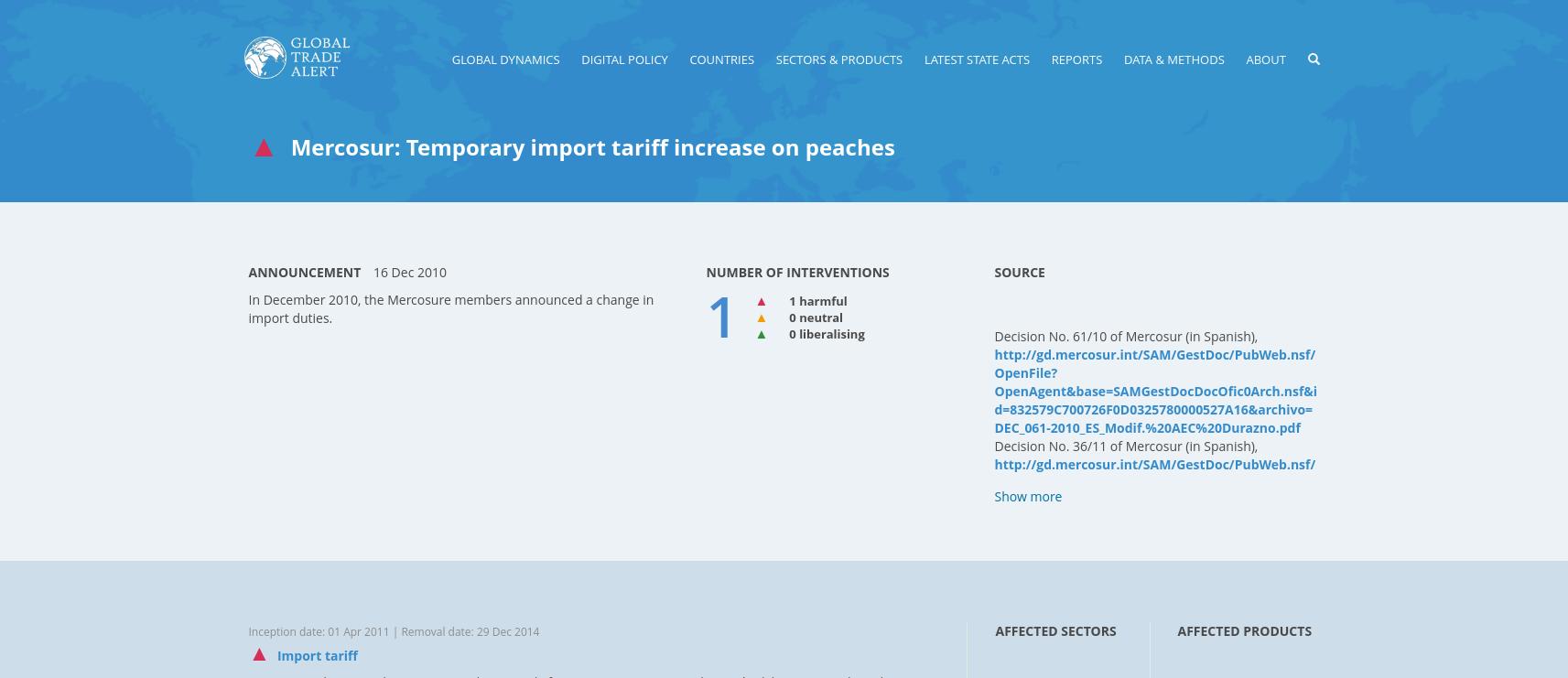 This screenshot has height=678, width=1568. I want to click on 'COUNTRIES', so click(720, 58).